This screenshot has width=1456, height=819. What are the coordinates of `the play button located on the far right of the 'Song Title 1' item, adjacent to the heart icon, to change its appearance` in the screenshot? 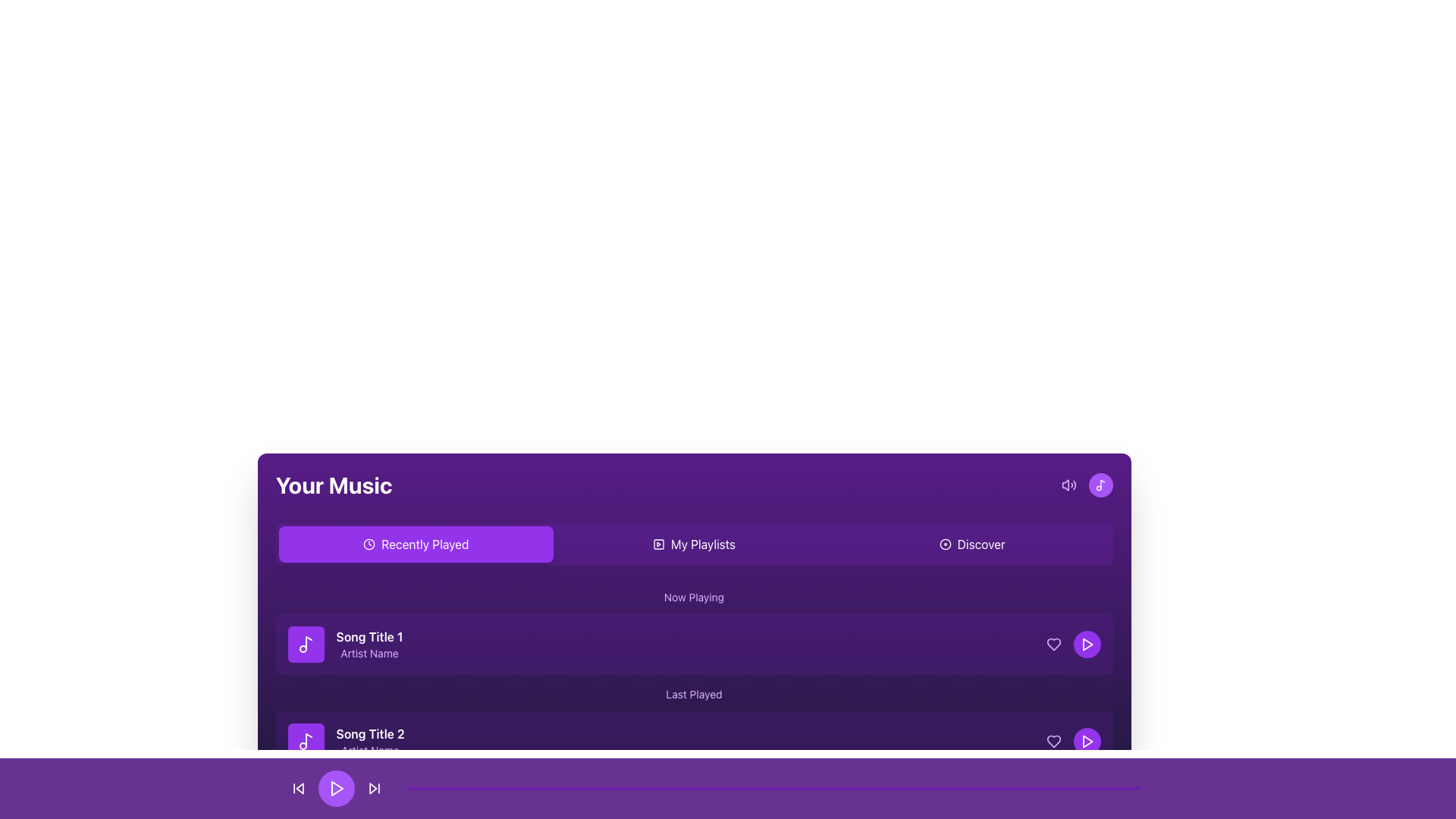 It's located at (1072, 644).